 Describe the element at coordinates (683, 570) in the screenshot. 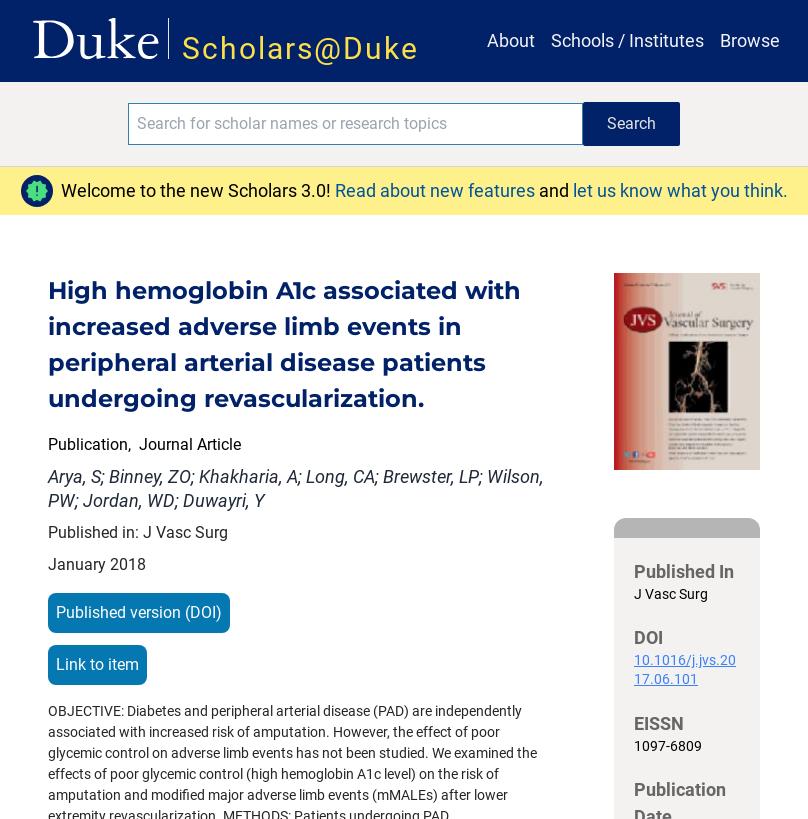

I see `'Published In'` at that location.